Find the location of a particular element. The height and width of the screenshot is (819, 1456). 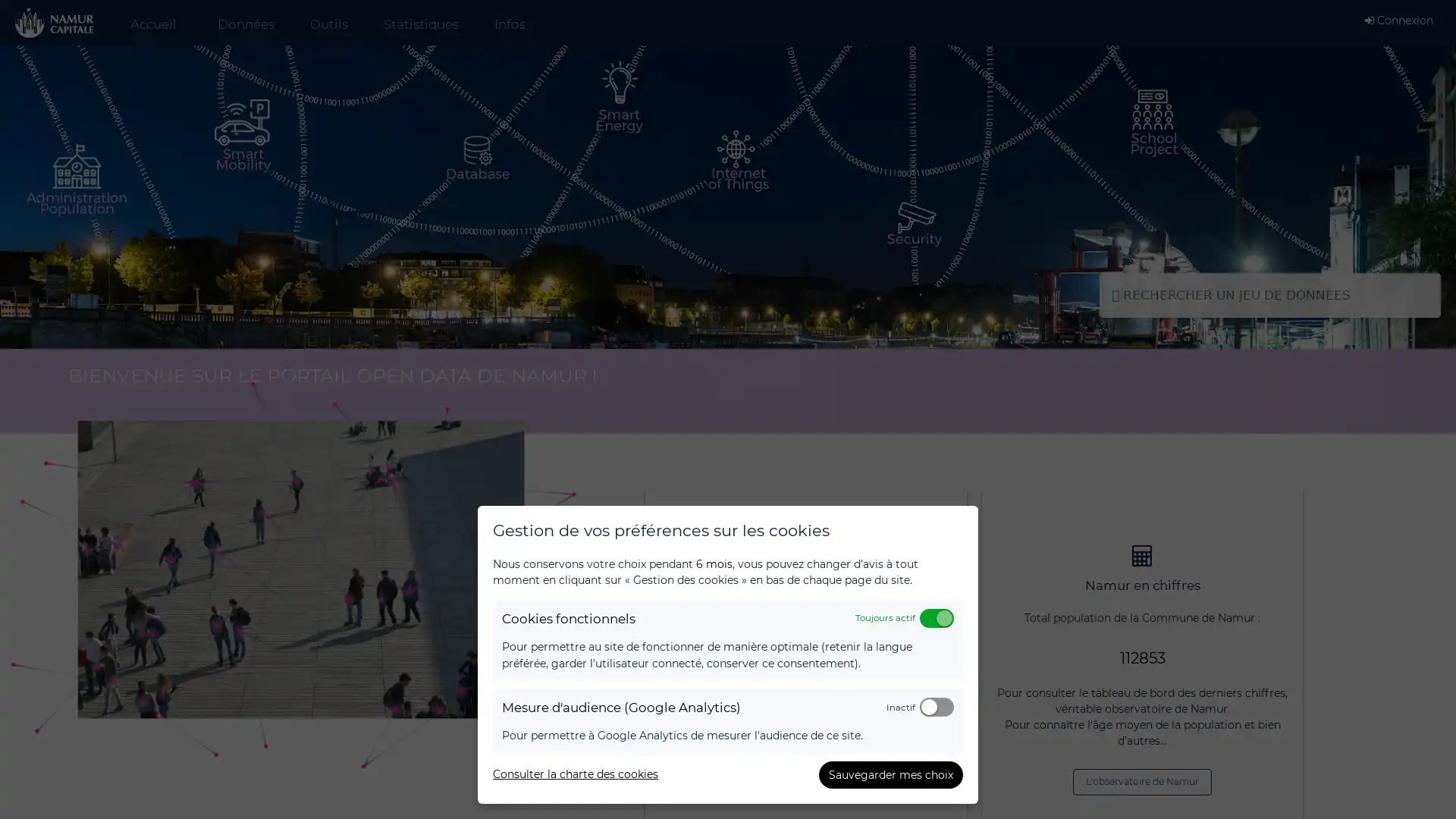

Sauvegarder mes choix is located at coordinates (891, 775).